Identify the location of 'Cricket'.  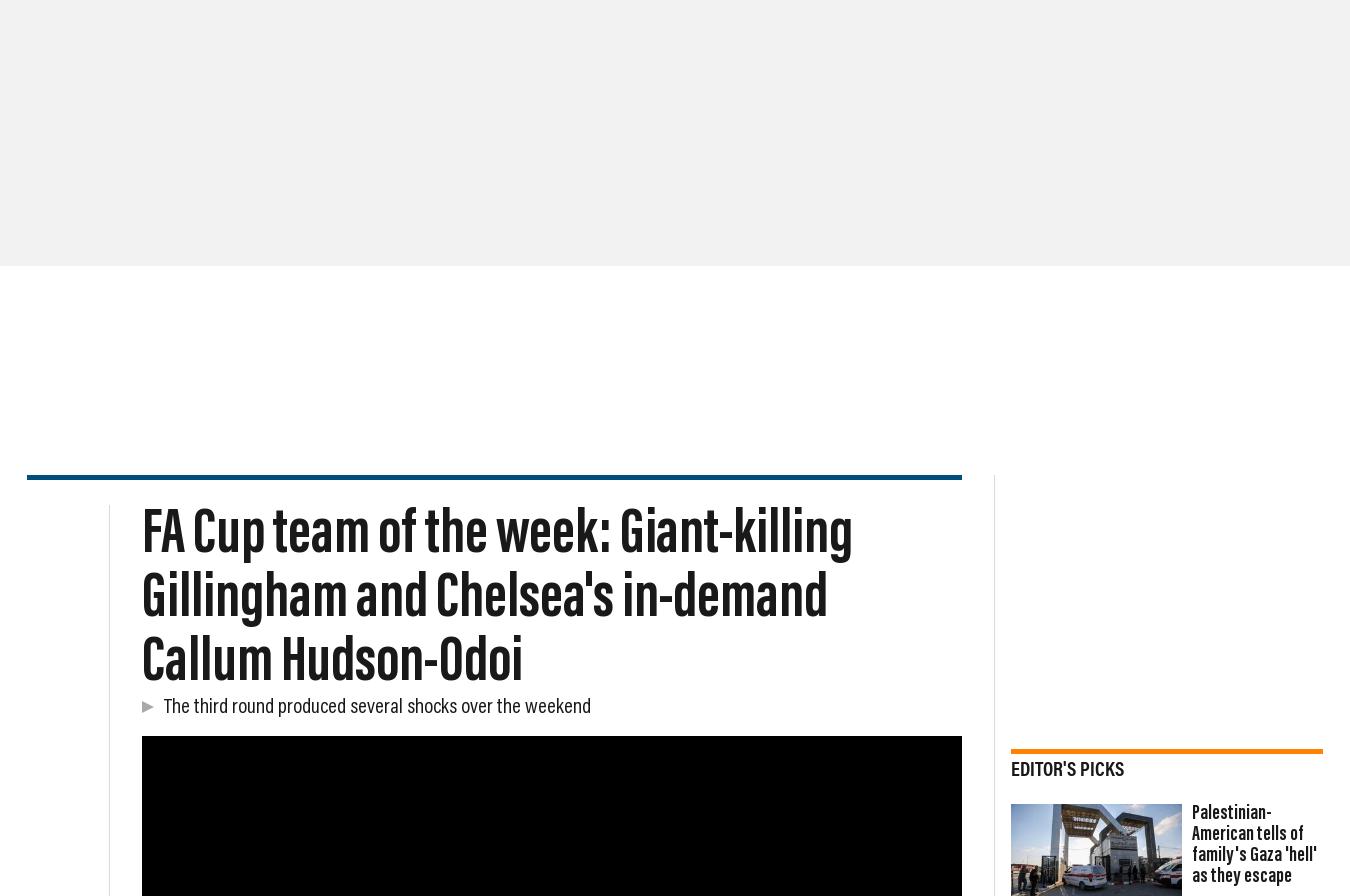
(160, 179).